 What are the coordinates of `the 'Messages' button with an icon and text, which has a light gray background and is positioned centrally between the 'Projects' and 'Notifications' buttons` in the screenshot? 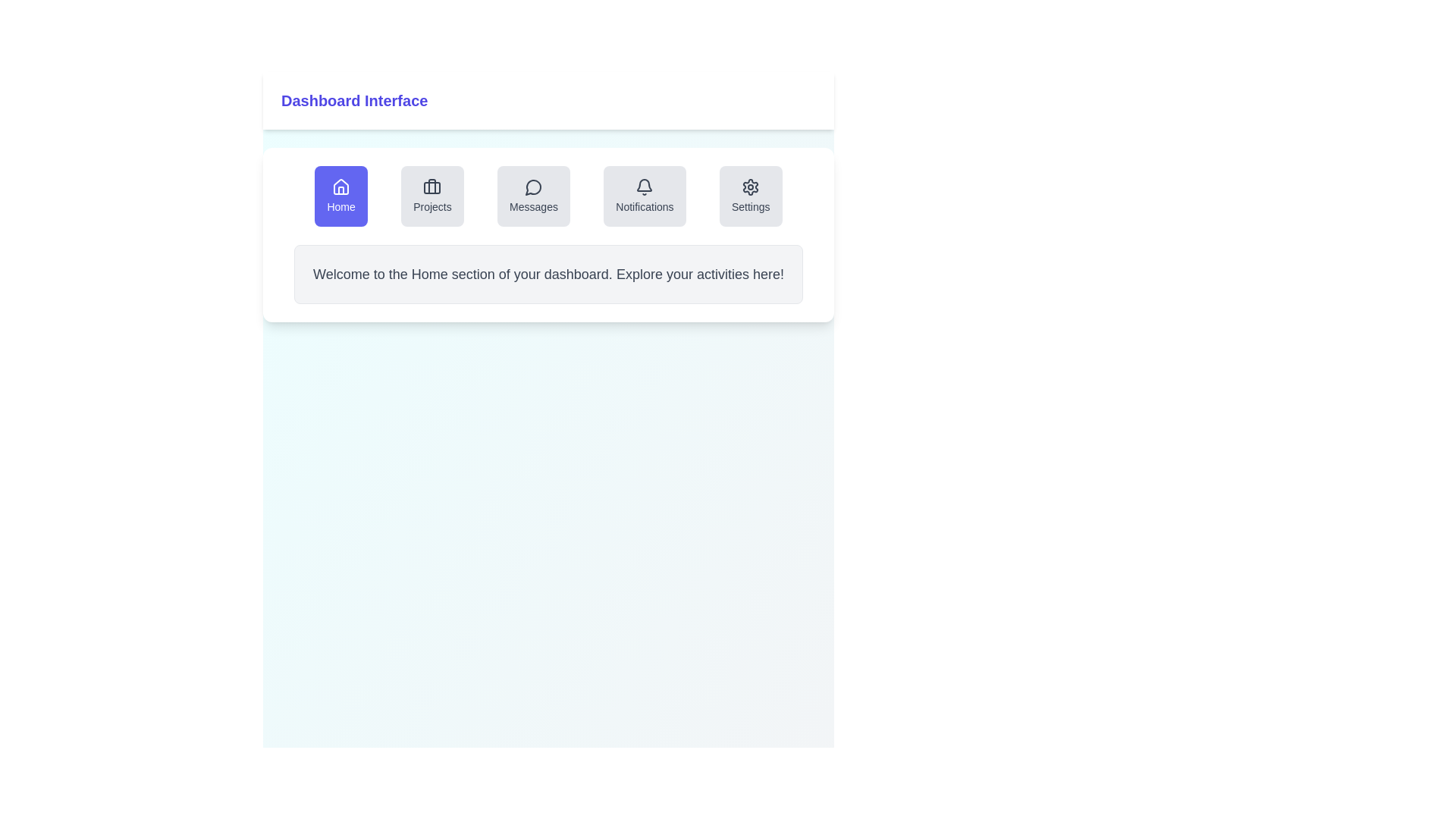 It's located at (534, 195).